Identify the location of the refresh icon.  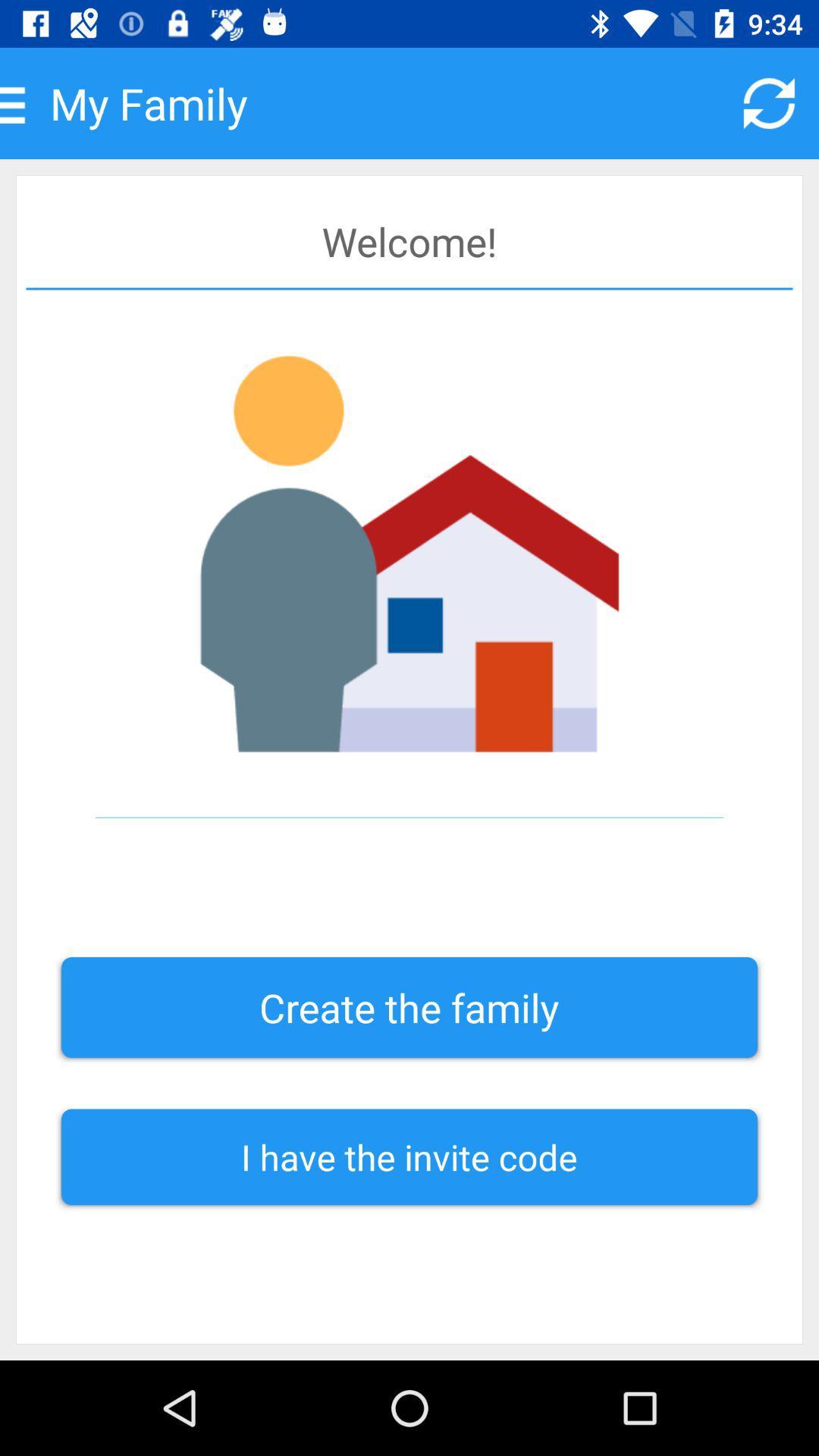
(769, 102).